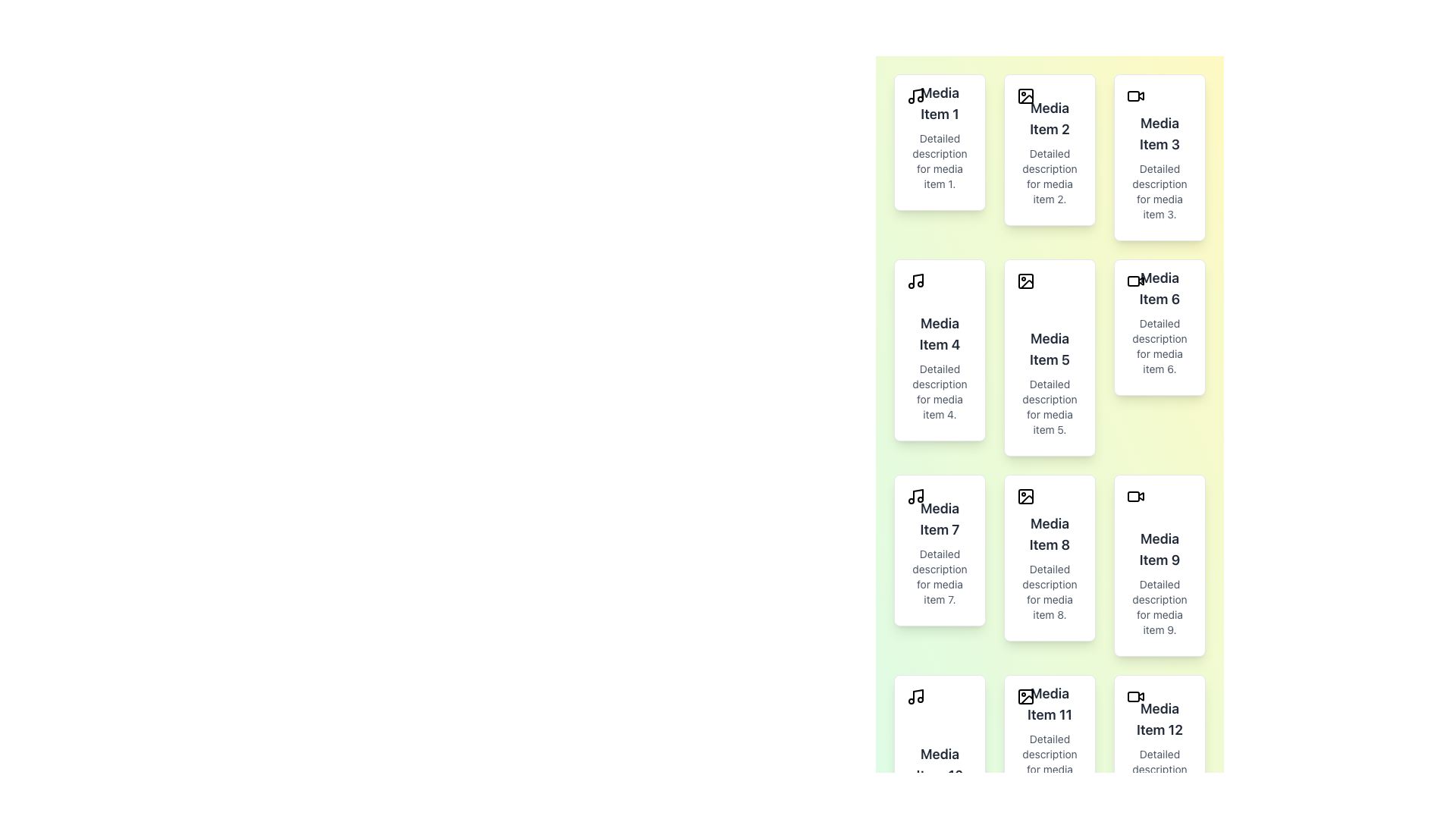 This screenshot has height=819, width=1456. I want to click on the vertical line of the musical note icon located at the top-left corner of the card labeled 'Media Item 7', so click(917, 495).